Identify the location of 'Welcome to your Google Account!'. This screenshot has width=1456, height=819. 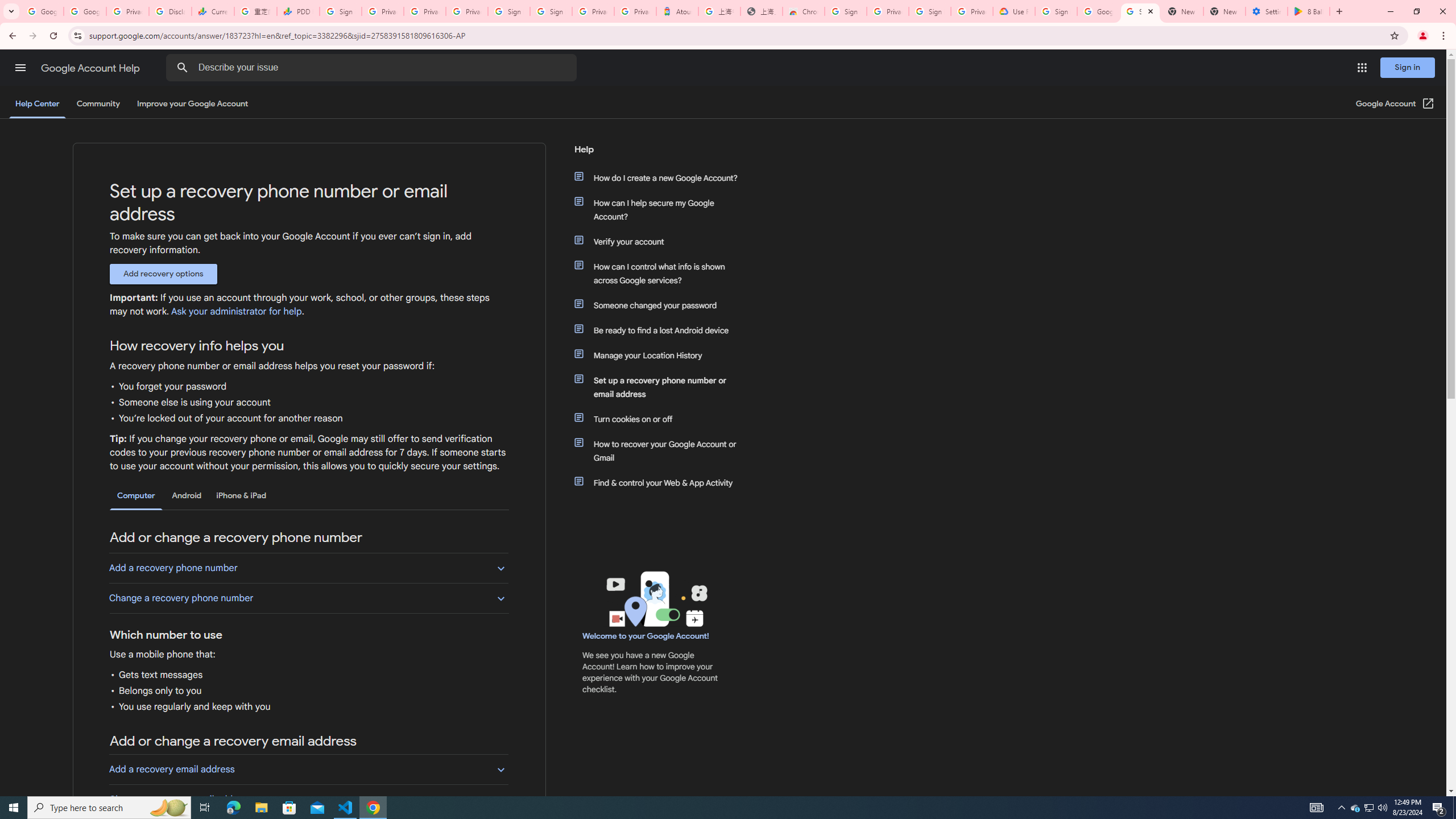
(645, 636).